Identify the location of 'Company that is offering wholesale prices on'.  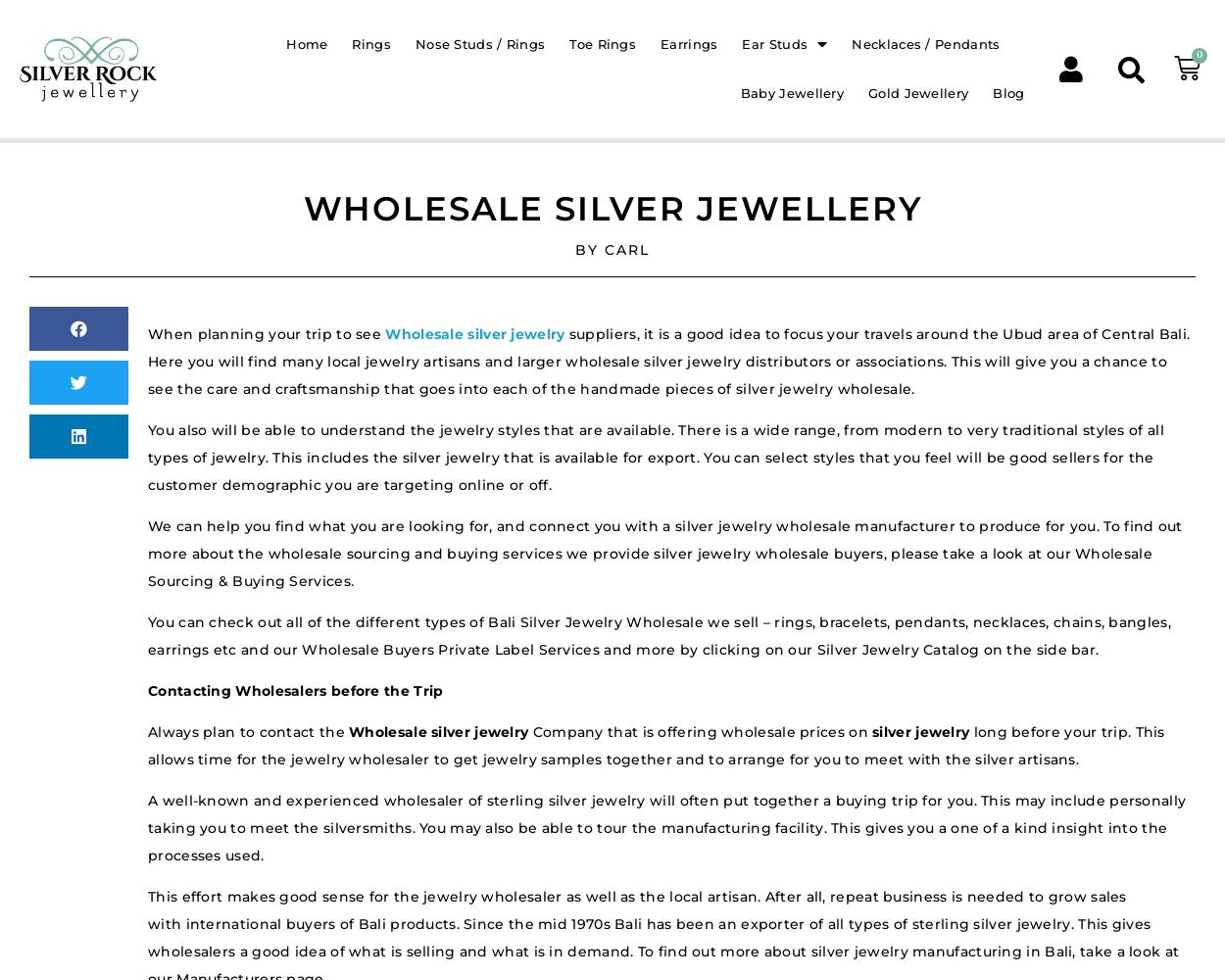
(532, 731).